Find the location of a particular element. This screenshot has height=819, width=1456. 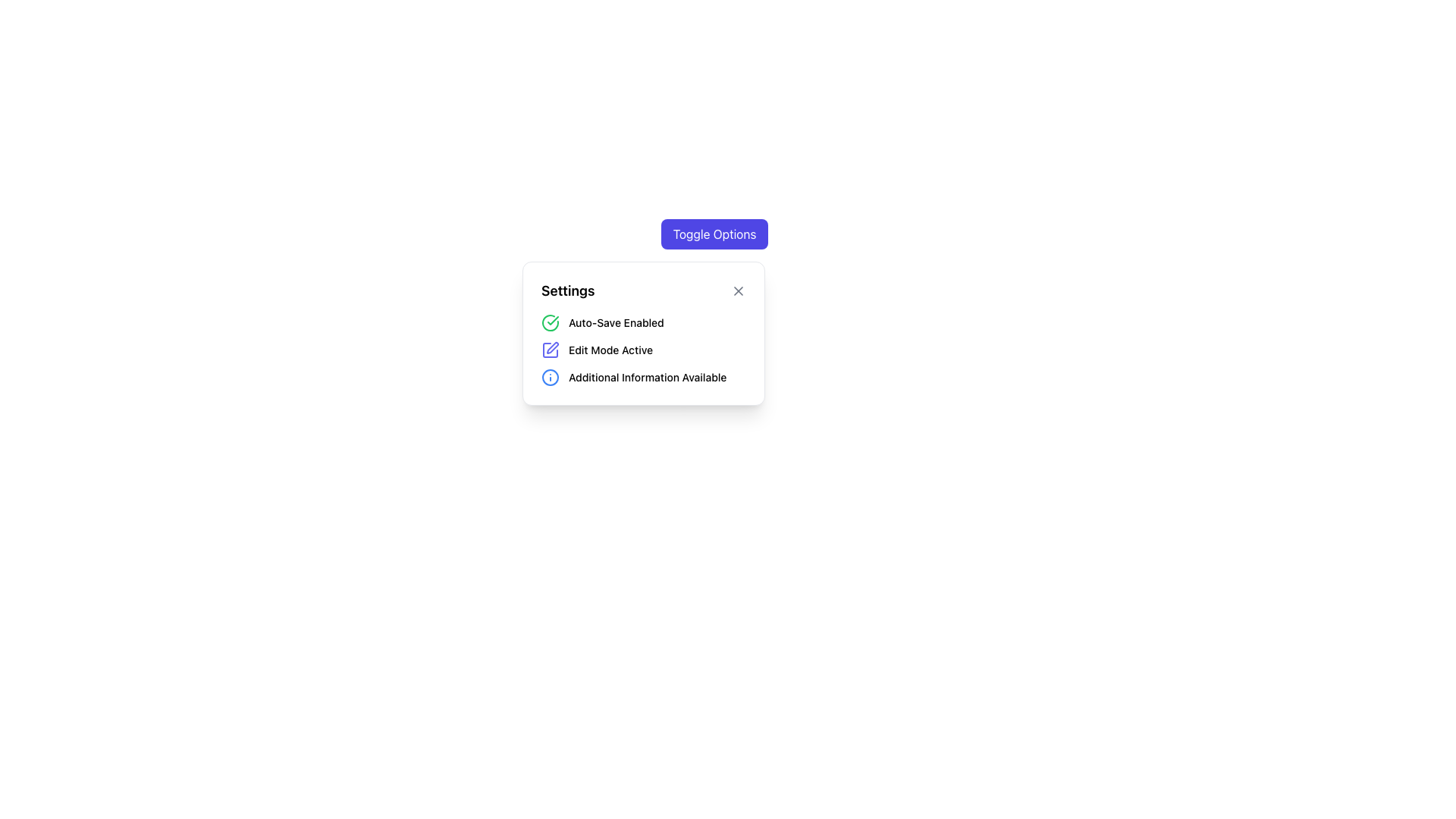

the indigo pen icon for editing within the settings menu is located at coordinates (551, 348).